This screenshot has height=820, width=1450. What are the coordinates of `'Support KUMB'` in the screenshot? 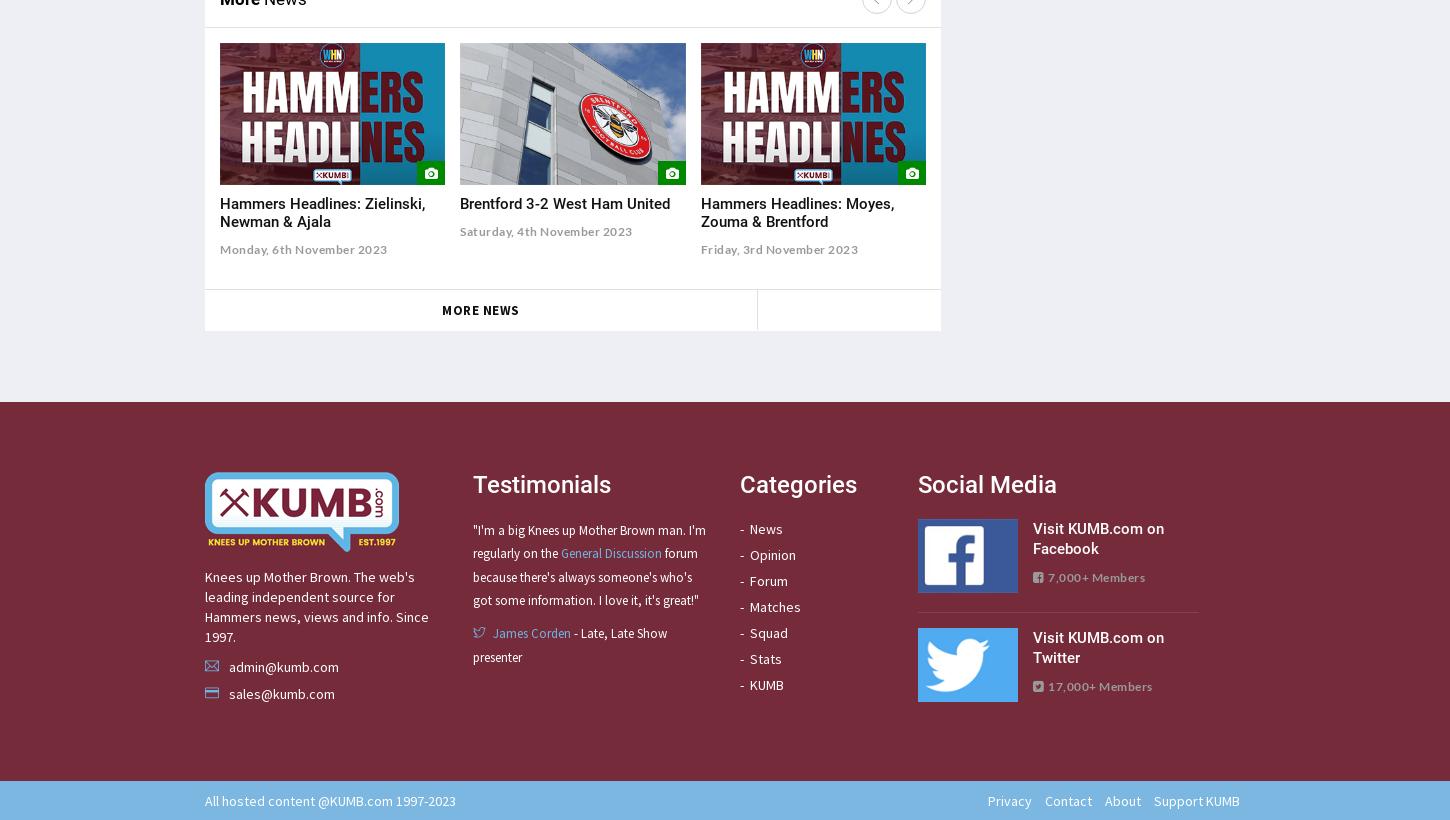 It's located at (1194, 800).